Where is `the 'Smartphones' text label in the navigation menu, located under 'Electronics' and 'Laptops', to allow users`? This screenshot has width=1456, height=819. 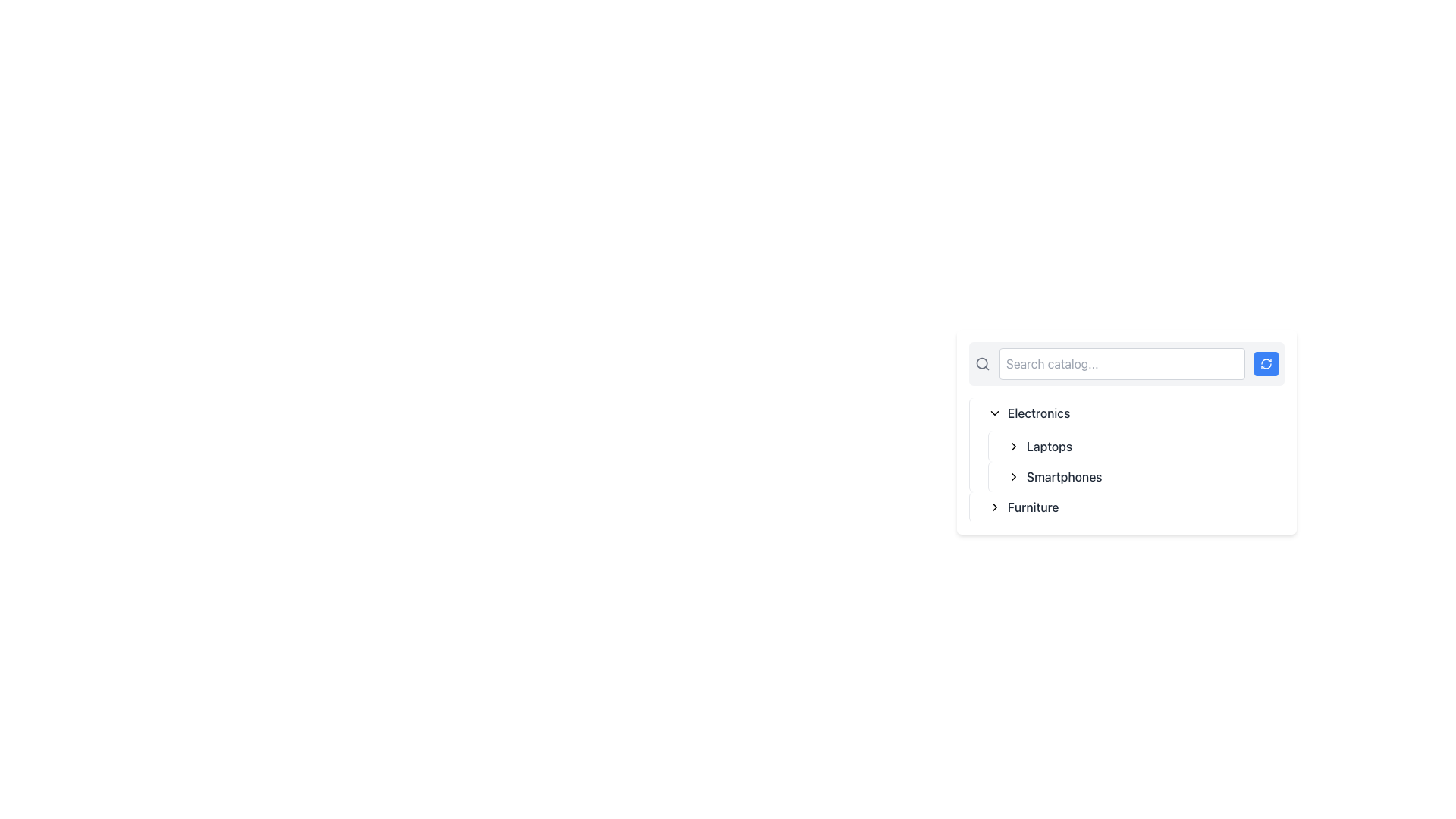 the 'Smartphones' text label in the navigation menu, located under 'Electronics' and 'Laptops', to allow users is located at coordinates (1063, 475).